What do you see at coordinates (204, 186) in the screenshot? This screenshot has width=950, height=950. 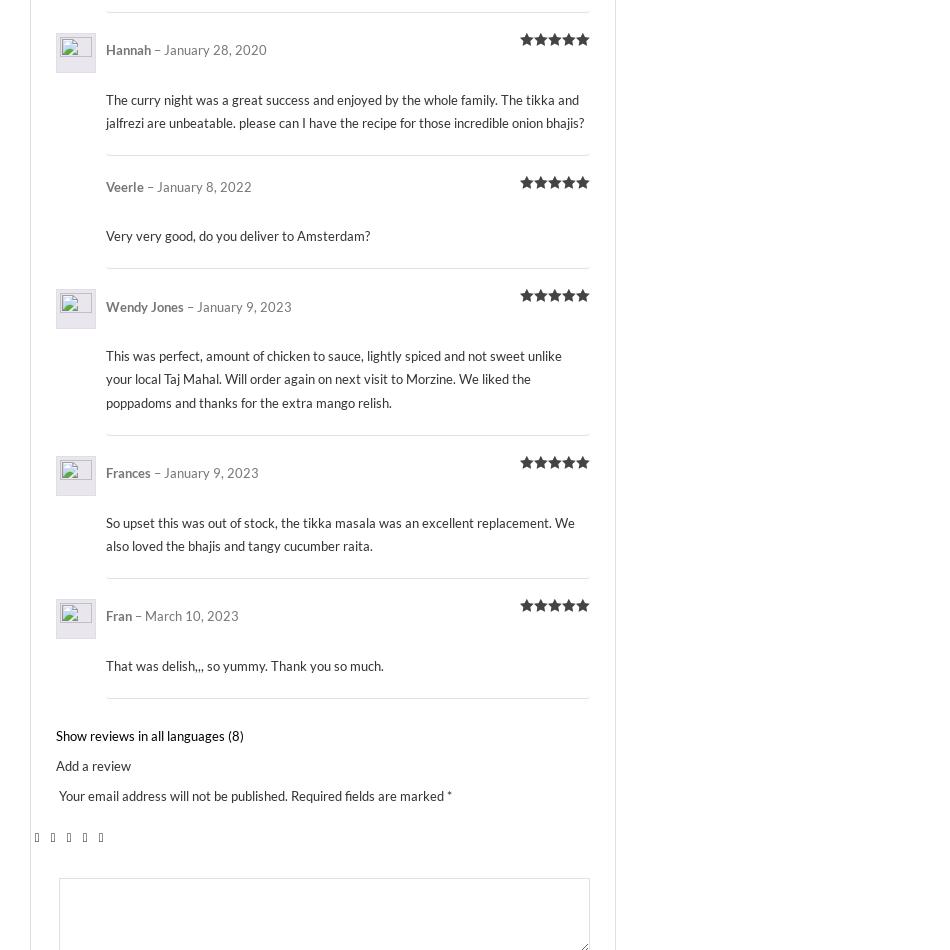 I see `'January 8, 2022'` at bounding box center [204, 186].